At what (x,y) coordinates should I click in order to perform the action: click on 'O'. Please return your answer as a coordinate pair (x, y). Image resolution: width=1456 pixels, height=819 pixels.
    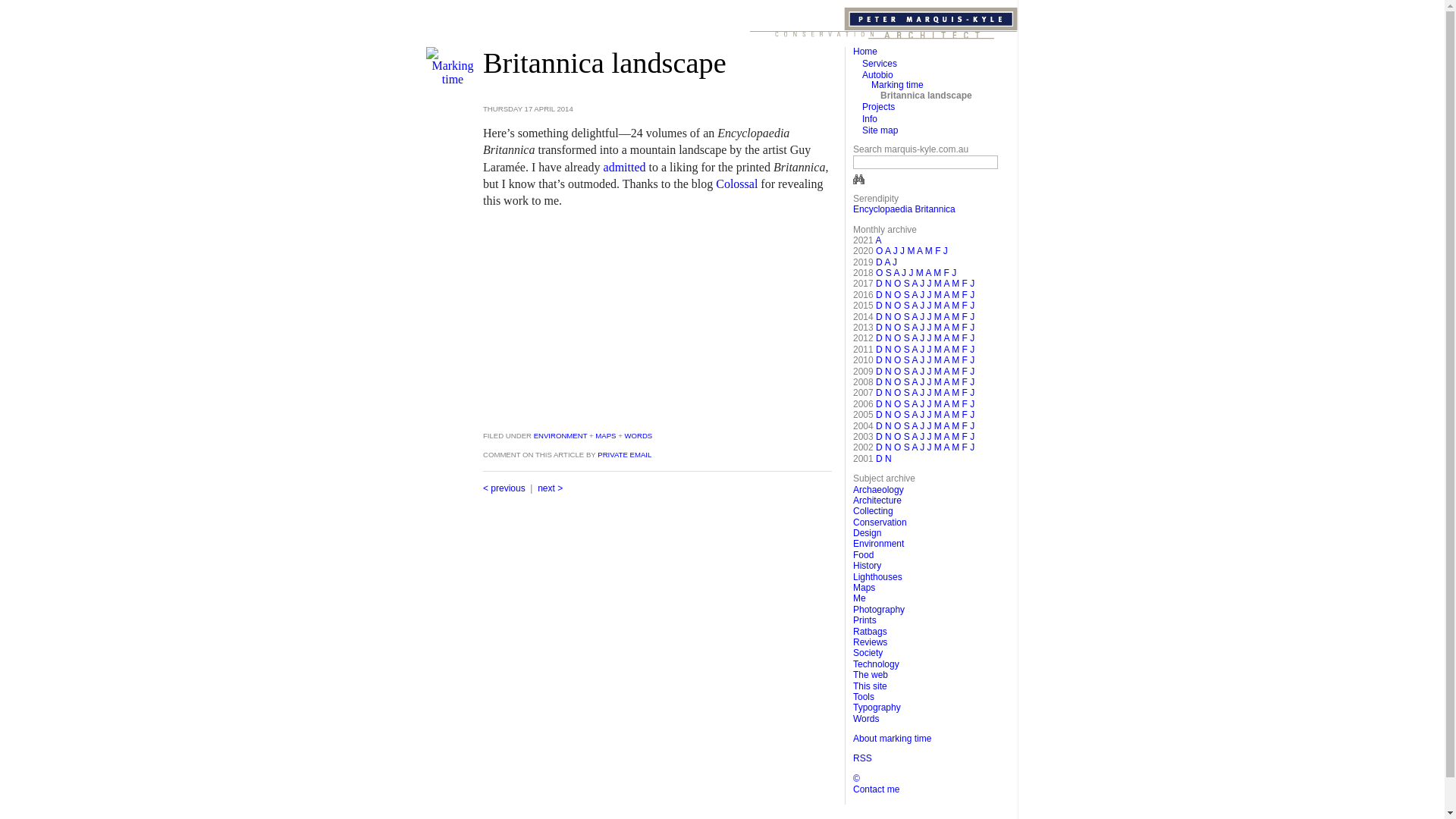
    Looking at the image, I should click on (876, 250).